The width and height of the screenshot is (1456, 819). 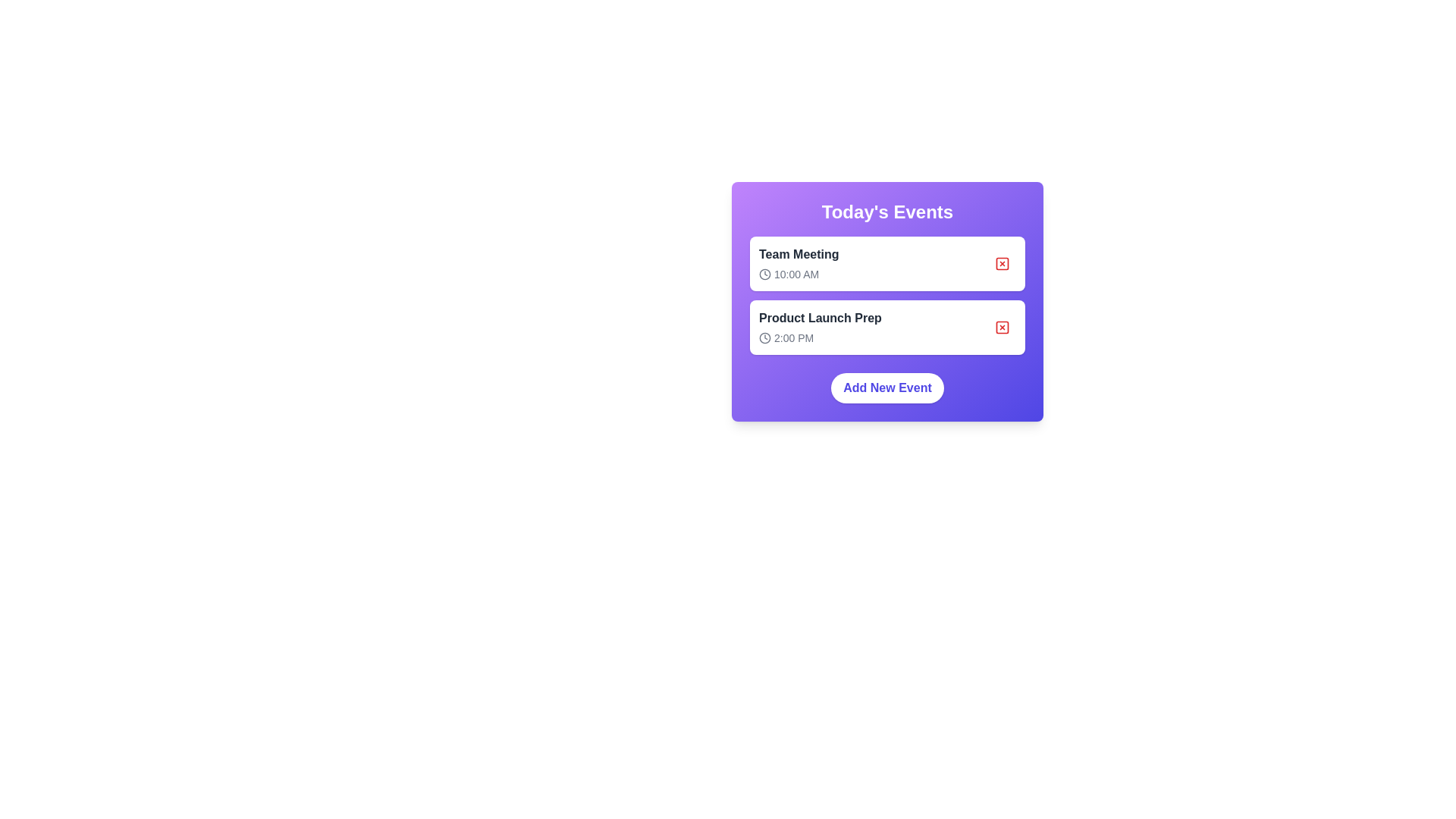 What do you see at coordinates (887, 388) in the screenshot?
I see `the 'Add New Event' button, which is a rounded rectangular button with indigo text on a white background, located at the bottom center of the 'Today's Events' purple panel` at bounding box center [887, 388].